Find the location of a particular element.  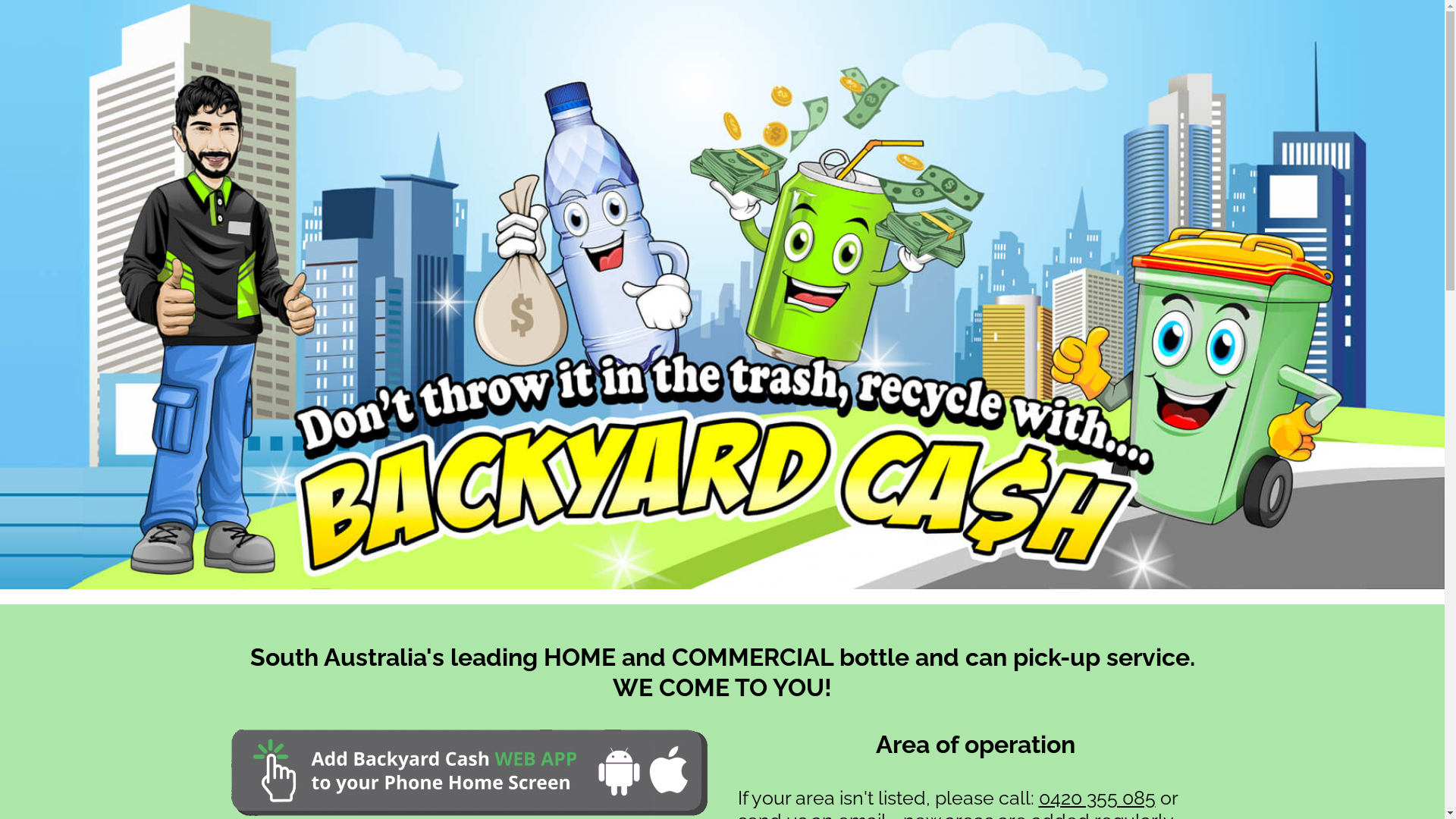

'0420 355 085' is located at coordinates (1097, 797).